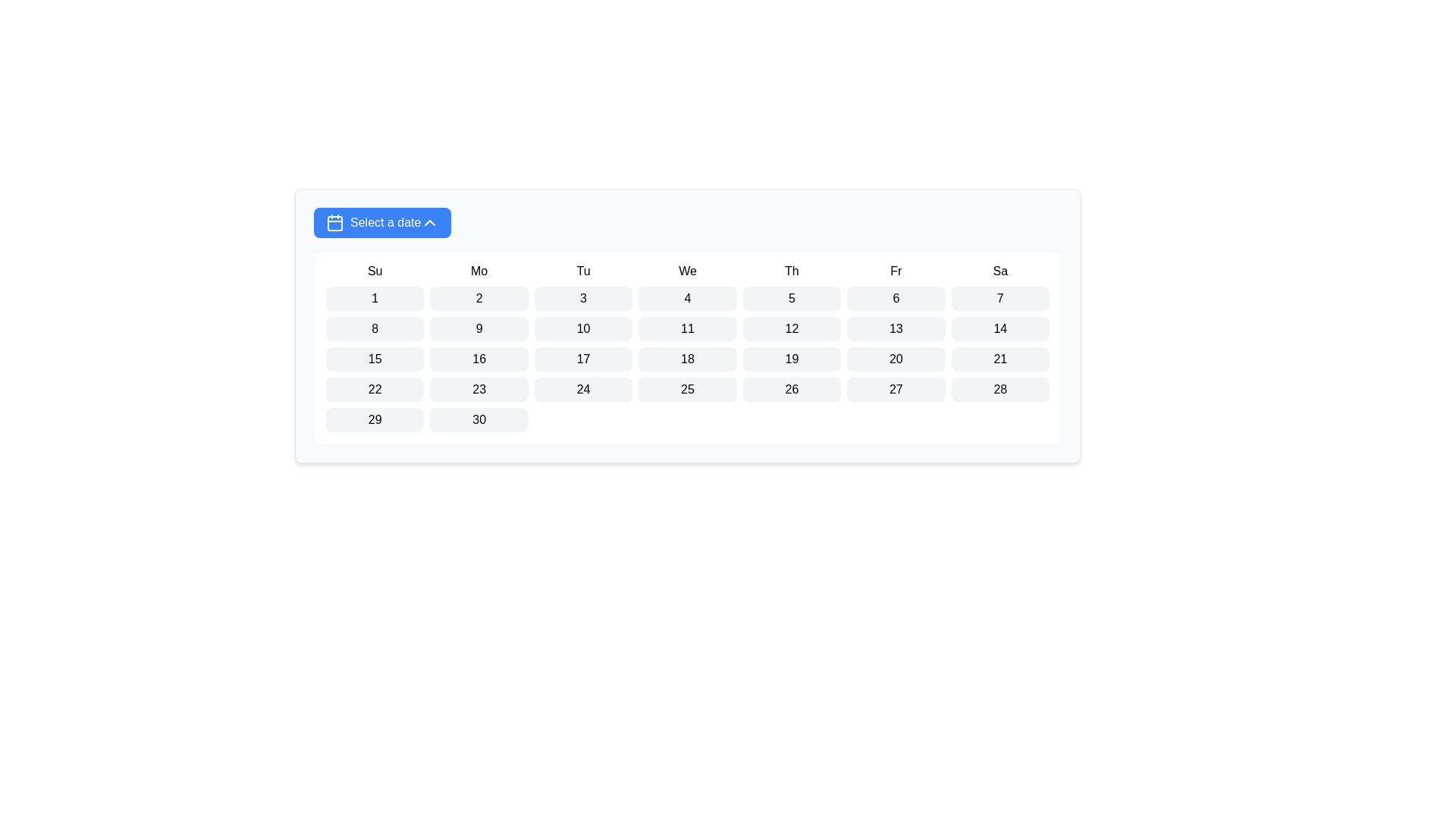 The image size is (1456, 819). Describe the element at coordinates (791, 271) in the screenshot. I see `text label 'Th' in the calendar header row, which is styled in medium font weight and centered alignment, located in the fifth cell after 'Su', 'Mo', 'Tu', and 'We'` at that location.